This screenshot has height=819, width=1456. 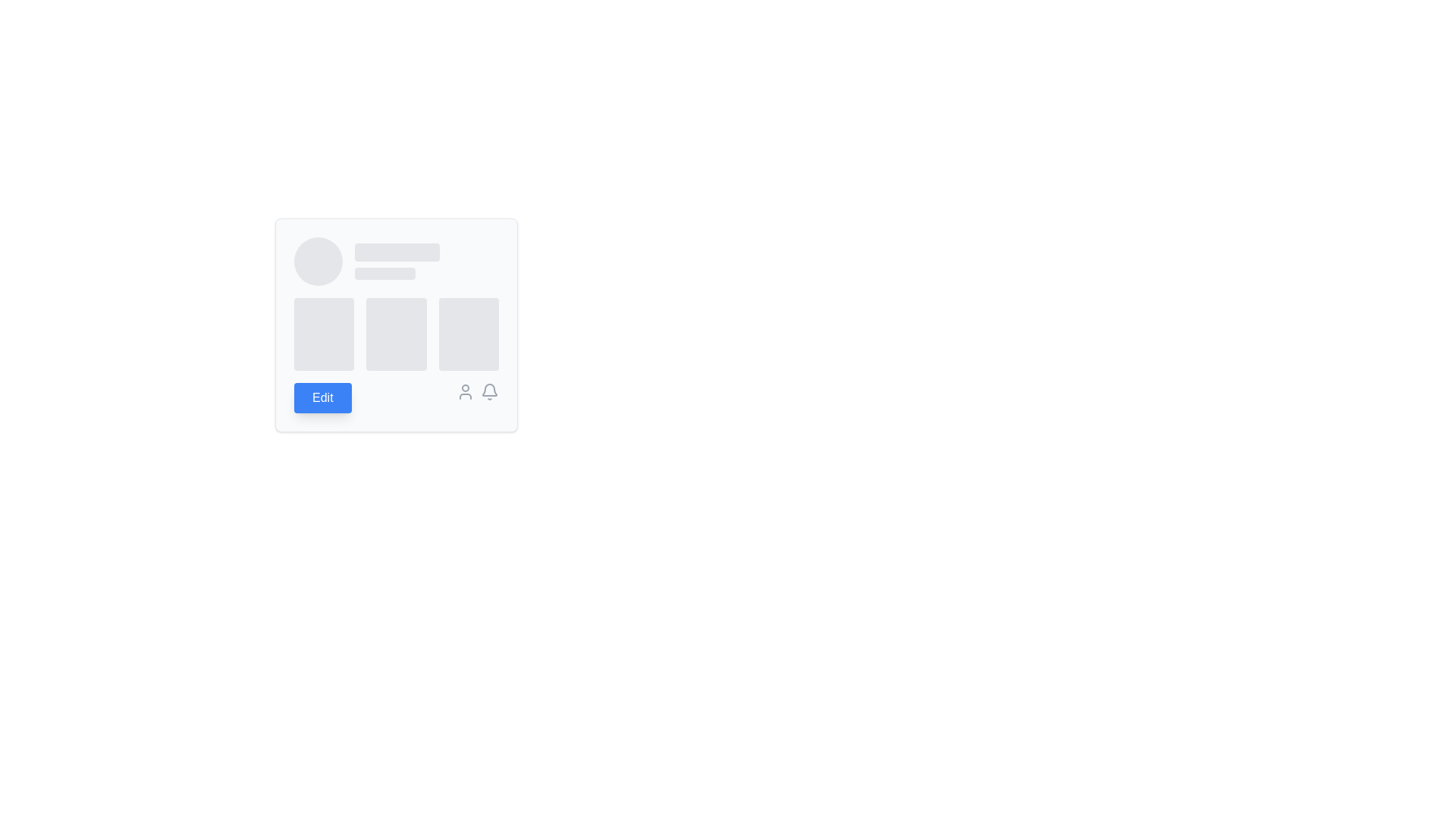 What do you see at coordinates (490, 389) in the screenshot?
I see `the notification icon located at the bottom right corner of the card UI component` at bounding box center [490, 389].